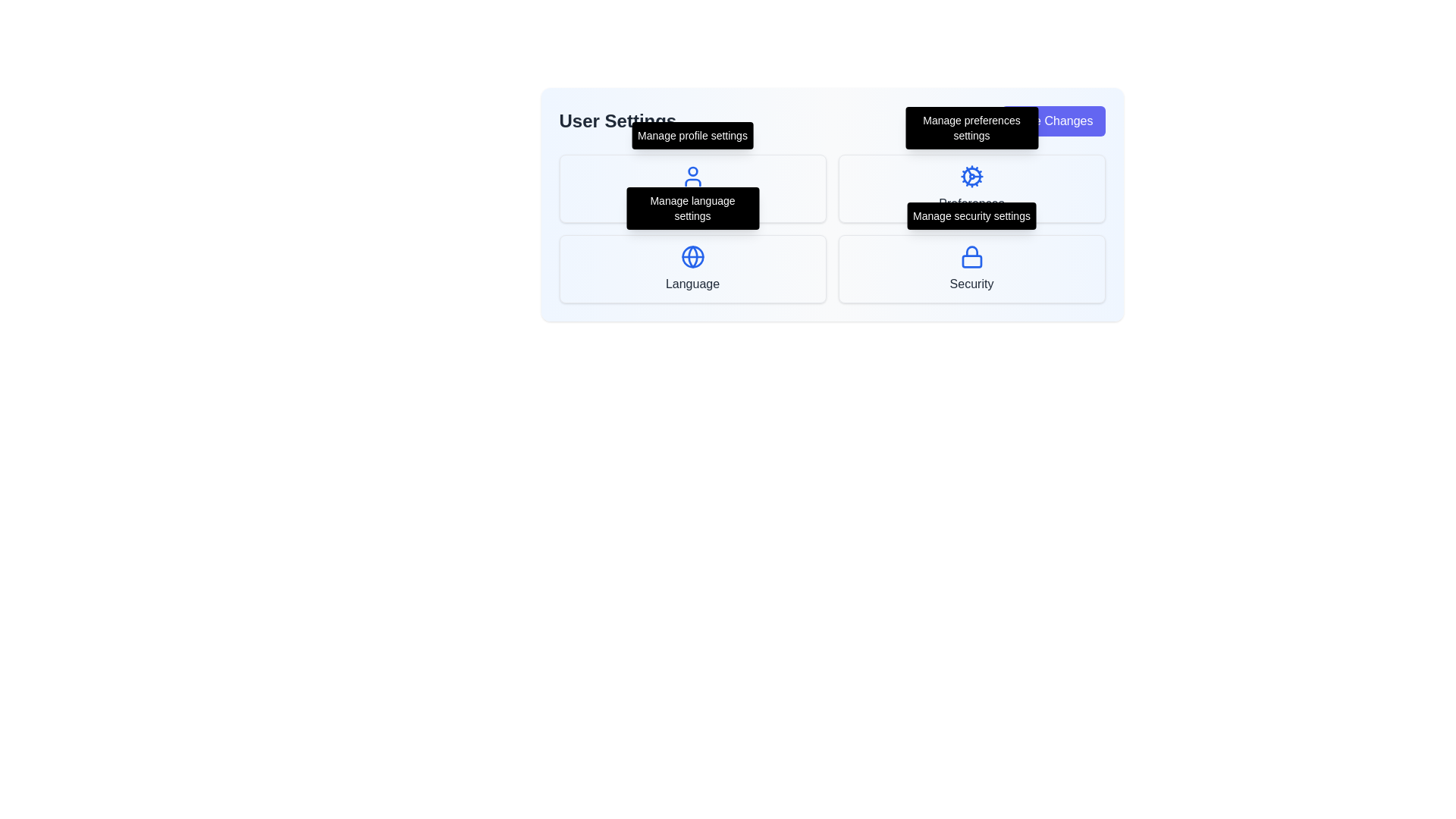 Image resolution: width=1456 pixels, height=819 pixels. What do you see at coordinates (971, 188) in the screenshot?
I see `the 'Preferences' interactive card located in the top-right position of the grid layout` at bounding box center [971, 188].